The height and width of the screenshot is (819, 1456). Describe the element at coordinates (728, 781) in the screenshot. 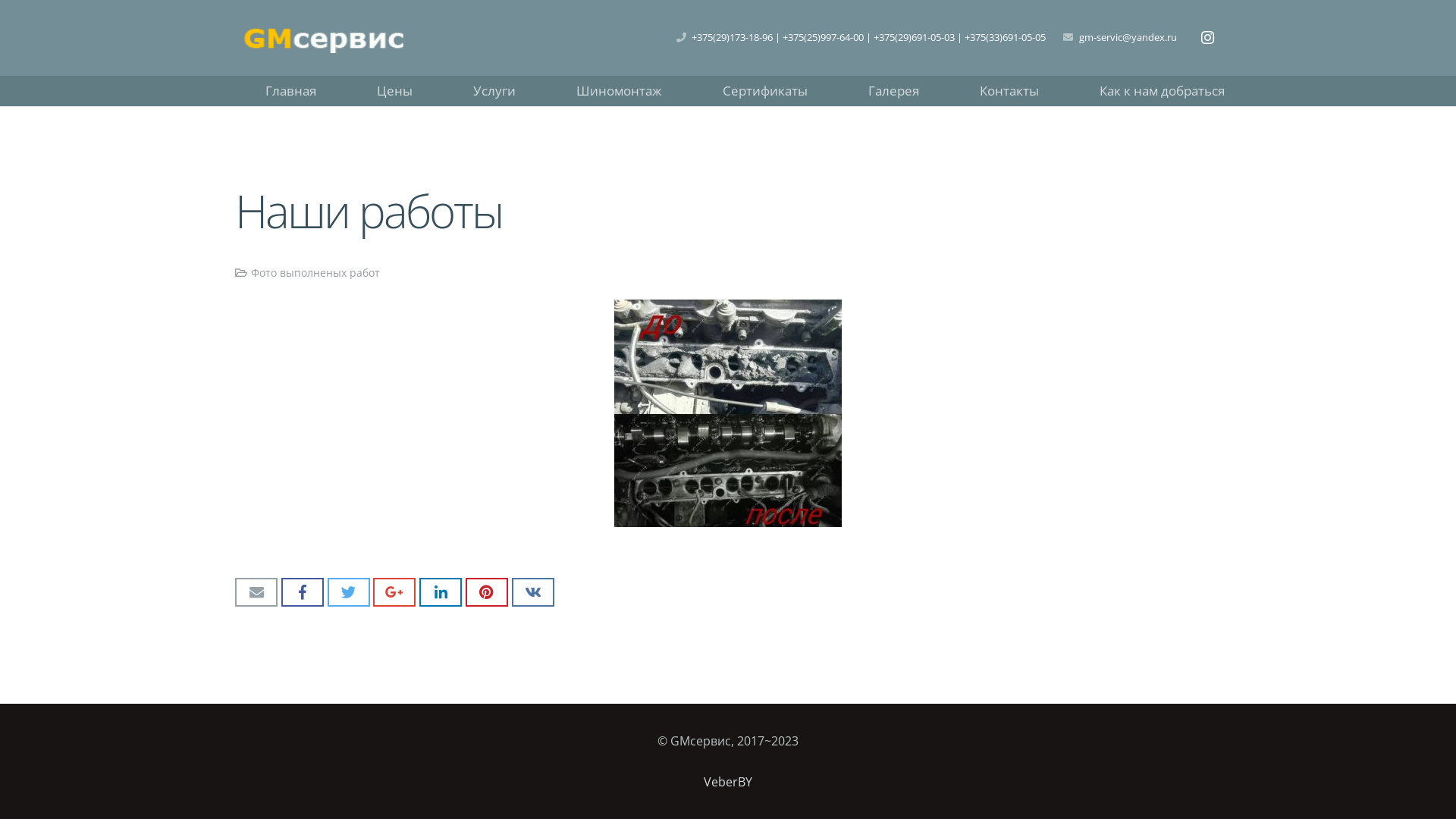

I see `'VeberBY'` at that location.